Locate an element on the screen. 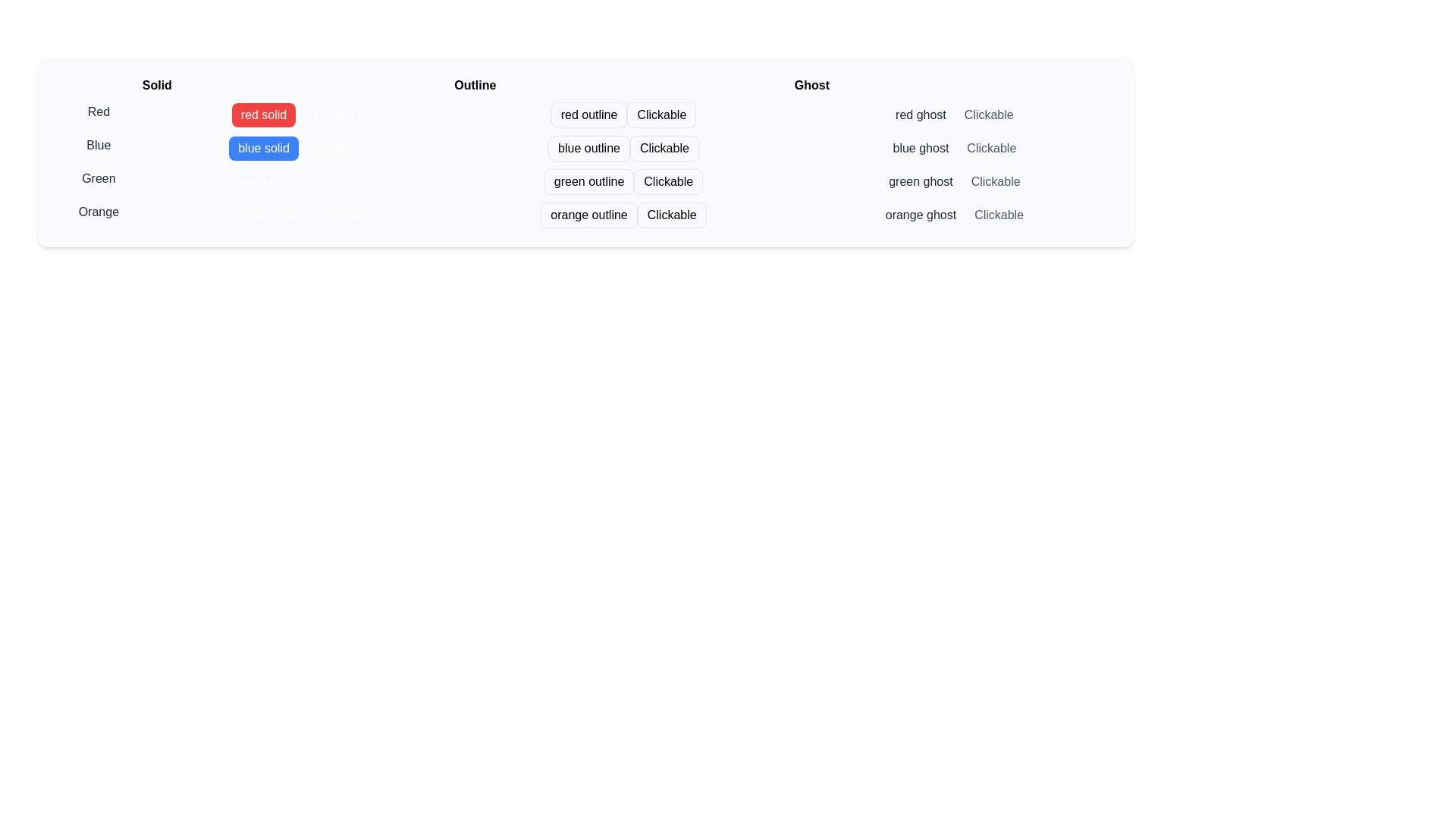 This screenshot has height=819, width=1456. the non-interactive button styled with a green outline, located beneath the 'Outline' heading, specifically the third item in the column, to the left of the 'Clickable' button is located at coordinates (588, 180).